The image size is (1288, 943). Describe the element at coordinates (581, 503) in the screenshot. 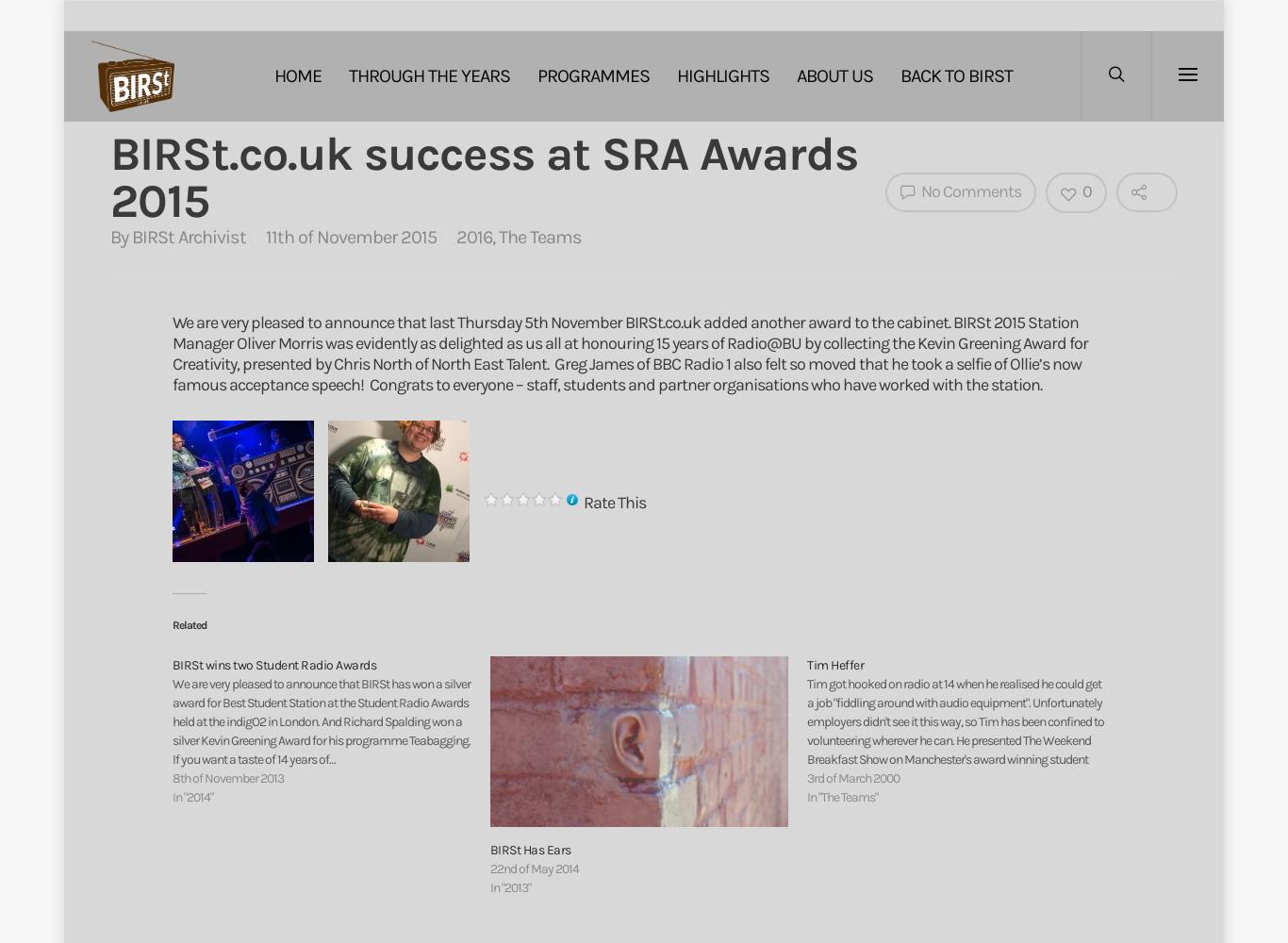

I see `'Rate This'` at that location.